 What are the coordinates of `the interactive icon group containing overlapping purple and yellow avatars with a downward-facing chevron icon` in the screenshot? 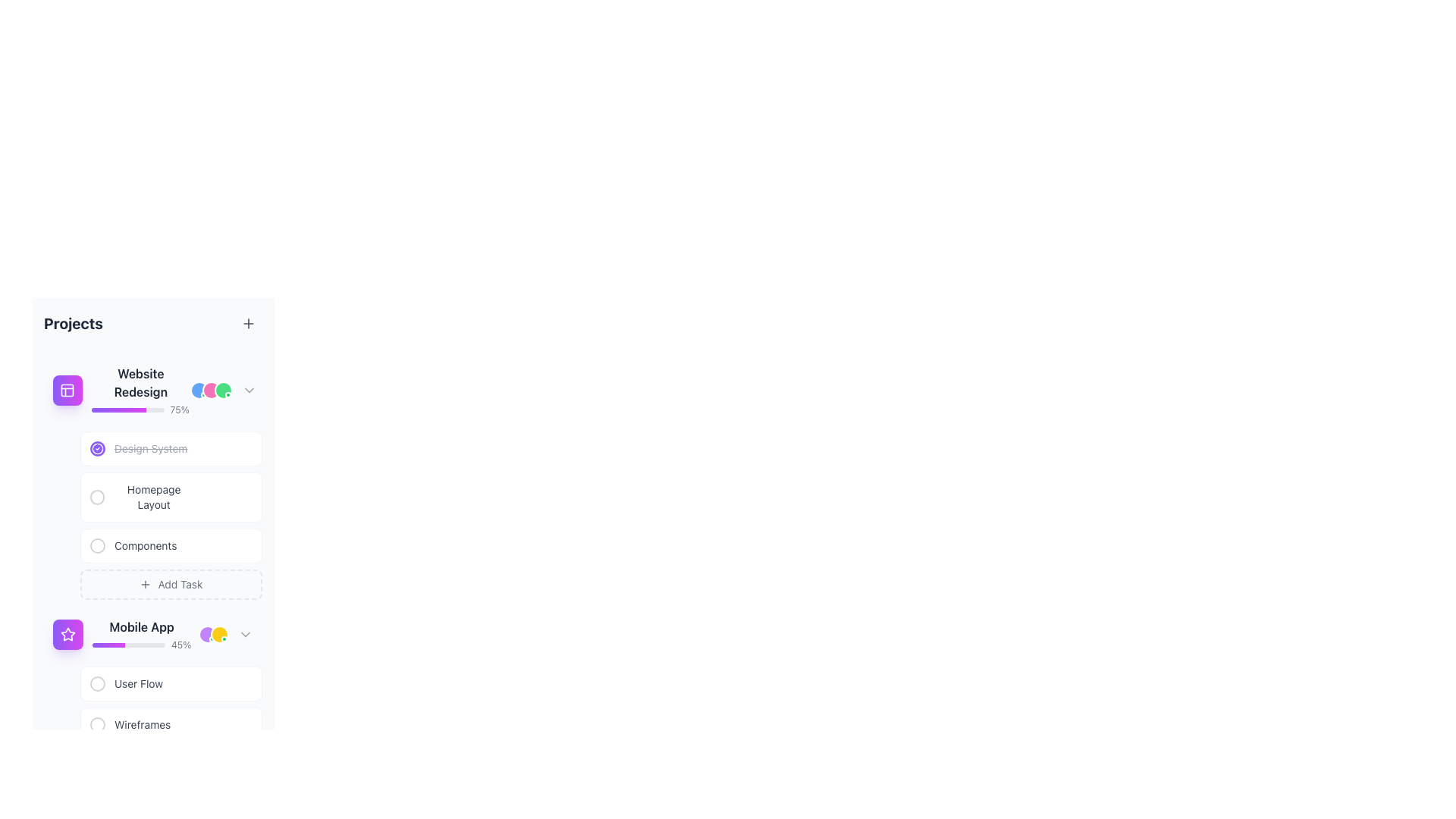 It's located at (224, 635).